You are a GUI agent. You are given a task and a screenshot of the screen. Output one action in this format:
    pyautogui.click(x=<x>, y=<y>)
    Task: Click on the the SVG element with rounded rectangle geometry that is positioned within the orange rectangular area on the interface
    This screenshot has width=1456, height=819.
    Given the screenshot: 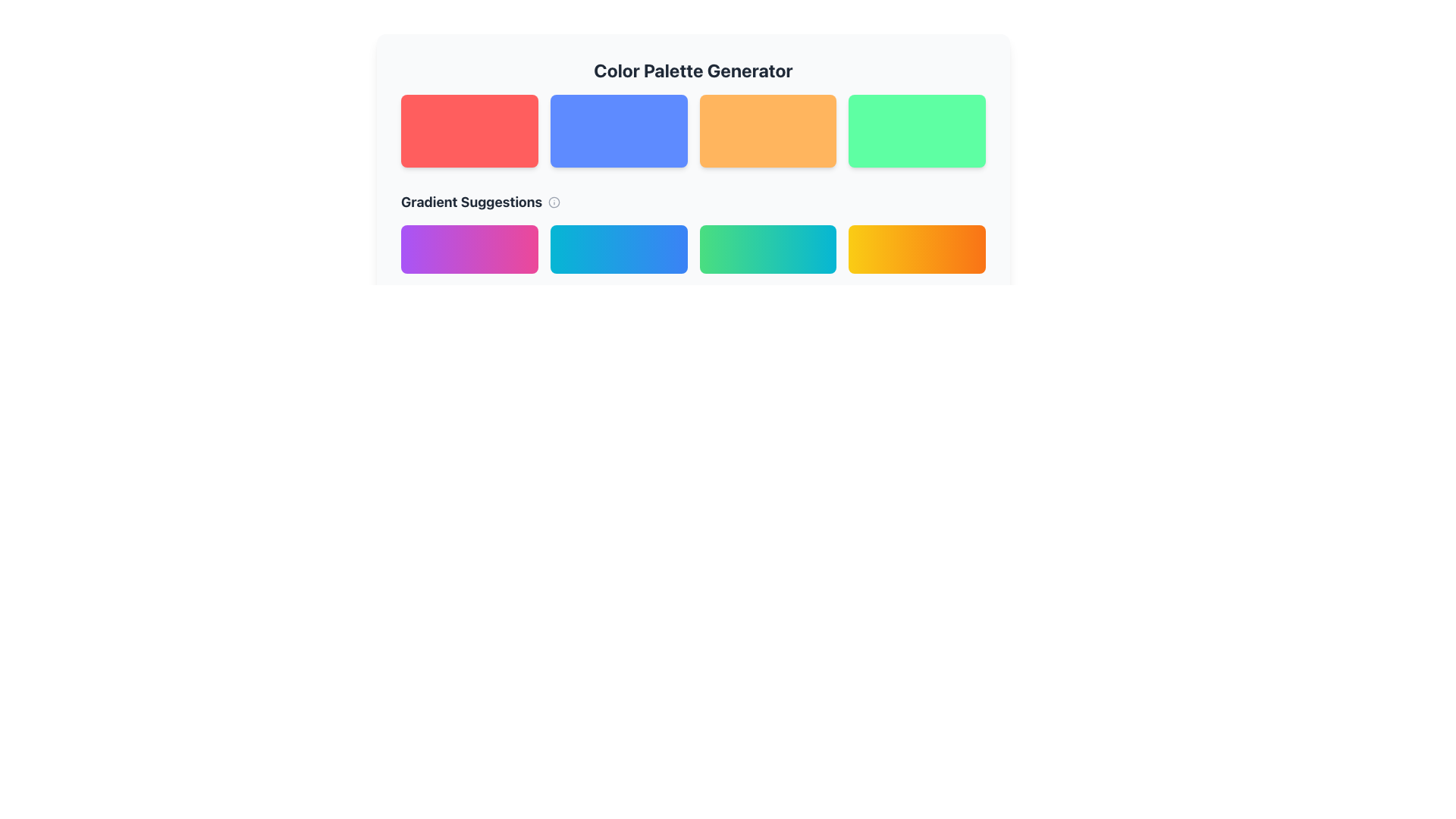 What is the action you would take?
    pyautogui.click(x=801, y=152)
    